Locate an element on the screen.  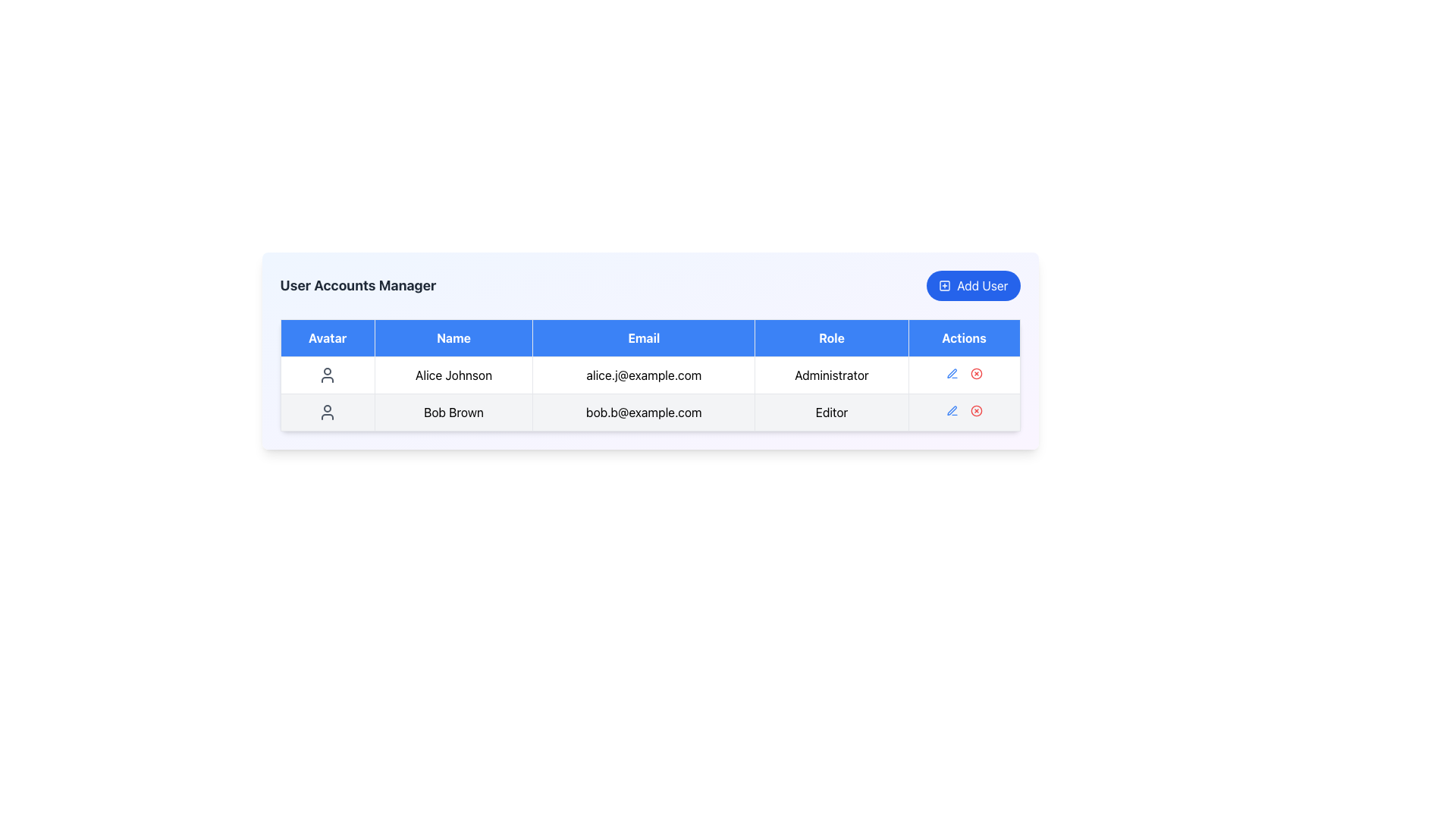
the Static text header cell labeled 'Email' in the table, which has a blue background and bold white text, located between the 'Name' and 'Role' cells is located at coordinates (644, 337).